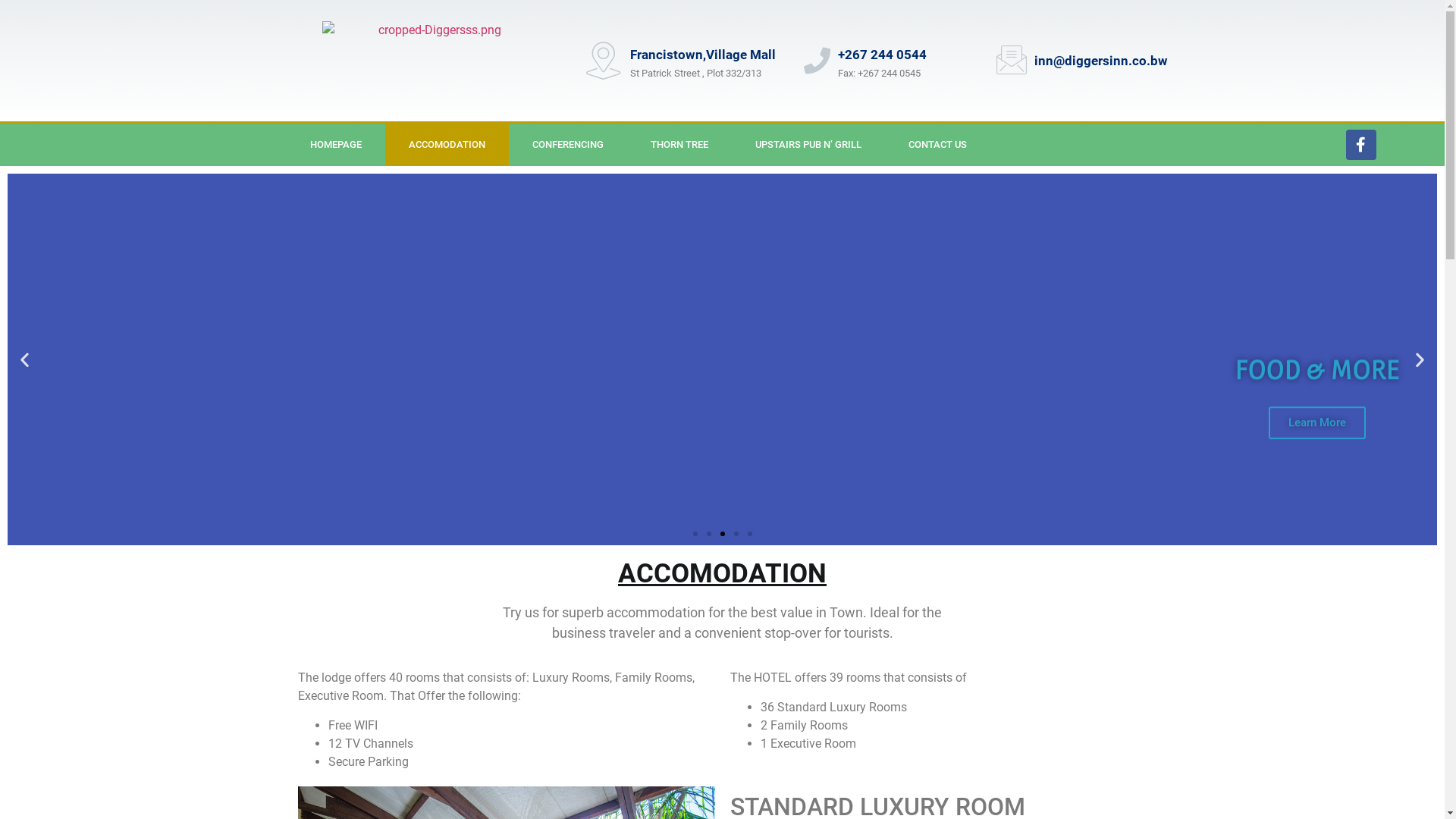 The width and height of the screenshot is (1456, 819). I want to click on 'ACCOMODATION', so click(385, 145).